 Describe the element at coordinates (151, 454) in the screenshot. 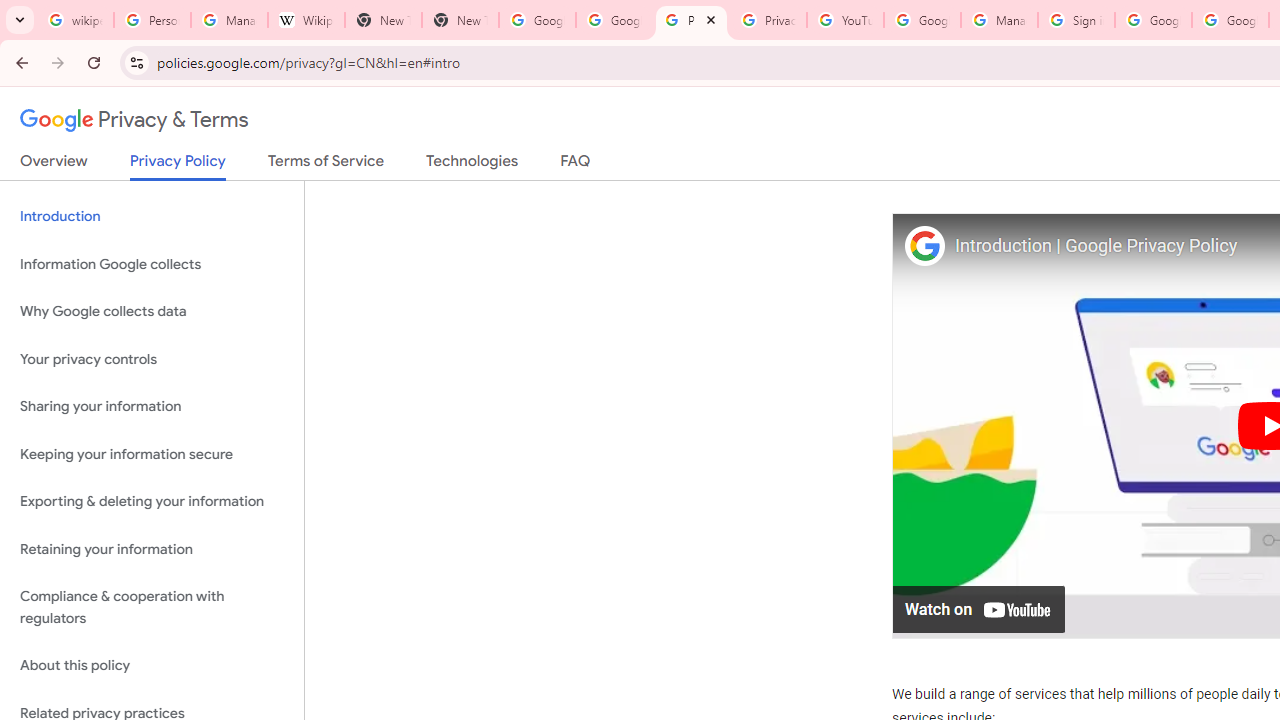

I see `'Keeping your information secure'` at that location.